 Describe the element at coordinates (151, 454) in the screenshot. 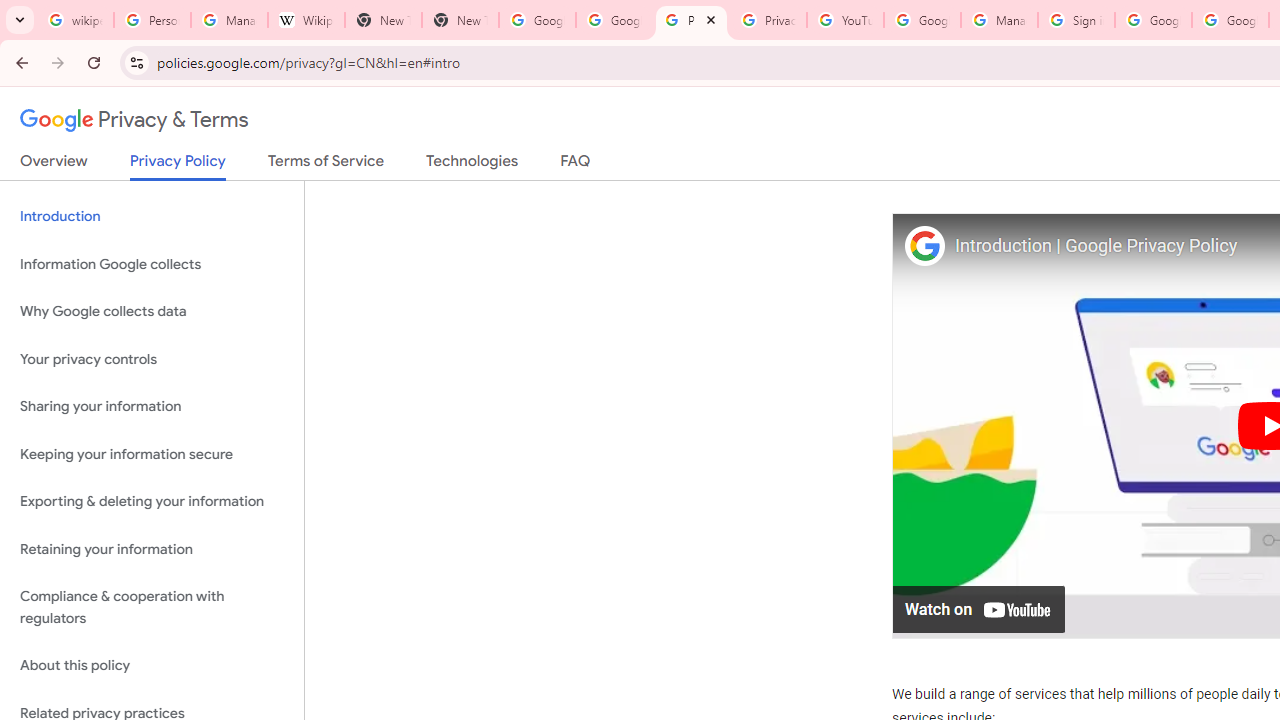

I see `'Keeping your information secure'` at that location.